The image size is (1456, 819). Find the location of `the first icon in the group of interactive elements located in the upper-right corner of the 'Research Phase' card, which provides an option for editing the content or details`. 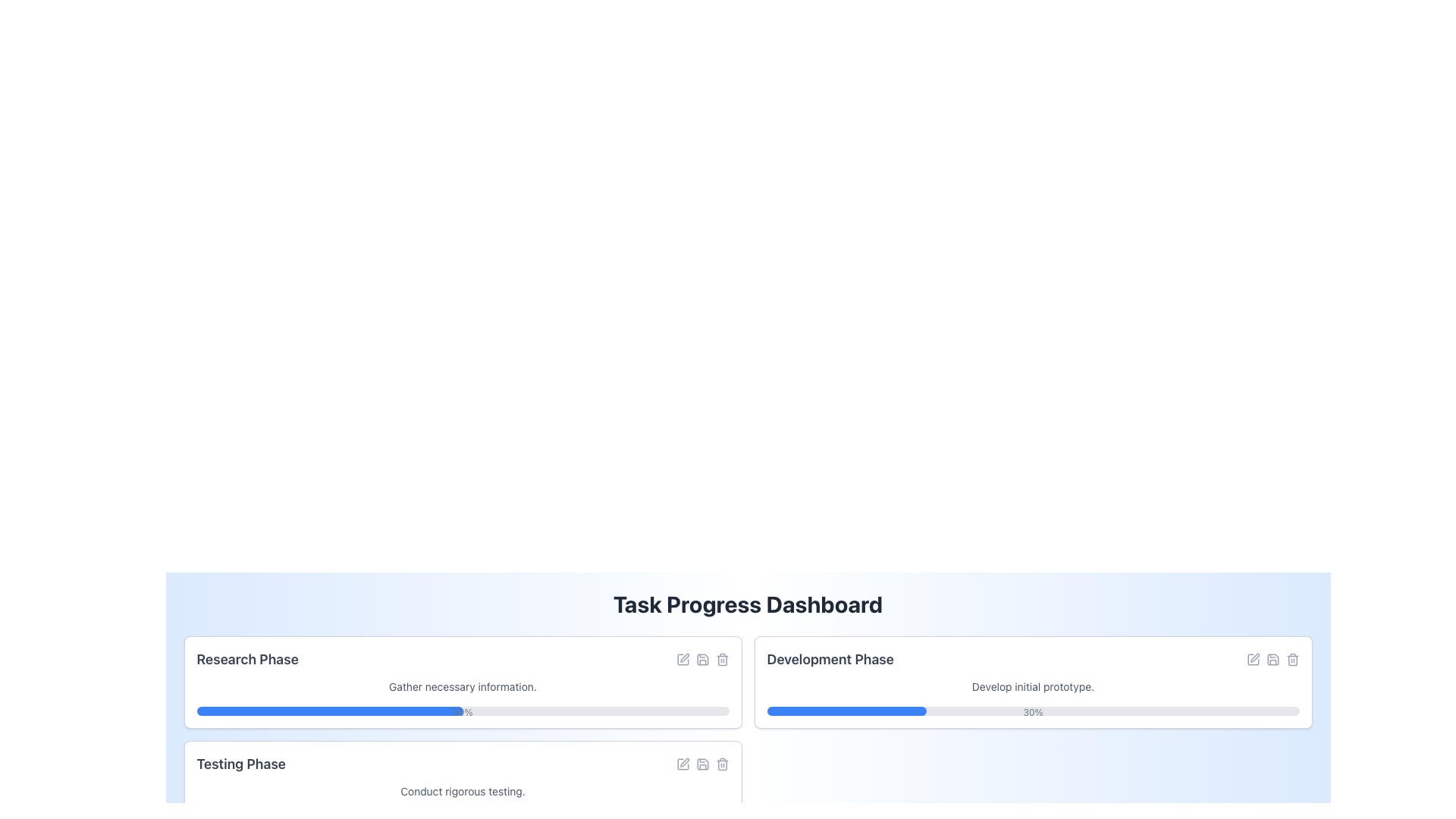

the first icon in the group of interactive elements located in the upper-right corner of the 'Research Phase' card, which provides an option for editing the content or details is located at coordinates (682, 659).